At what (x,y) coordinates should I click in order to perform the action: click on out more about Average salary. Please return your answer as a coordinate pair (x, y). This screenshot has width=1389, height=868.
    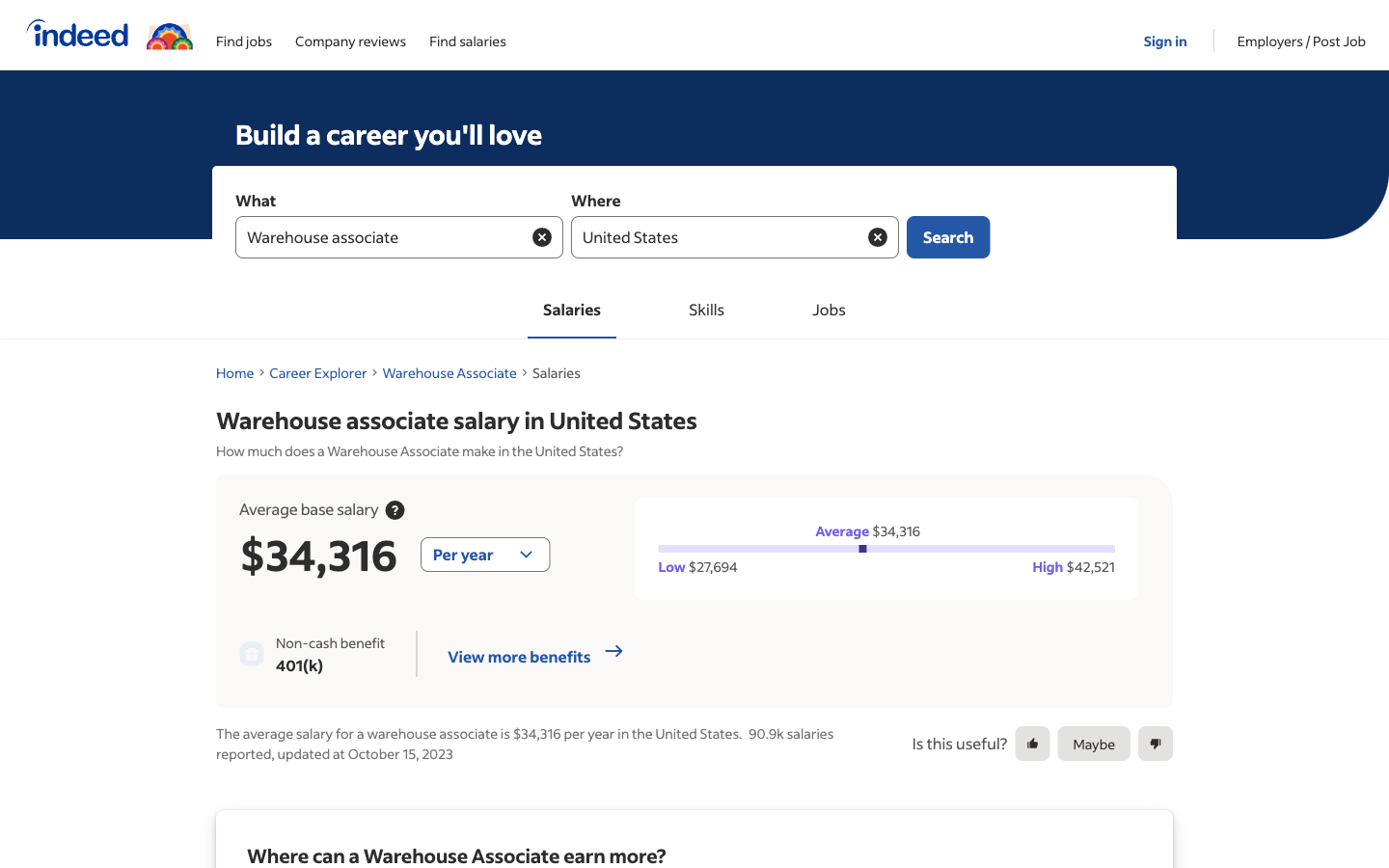
    Looking at the image, I should click on (393, 509).